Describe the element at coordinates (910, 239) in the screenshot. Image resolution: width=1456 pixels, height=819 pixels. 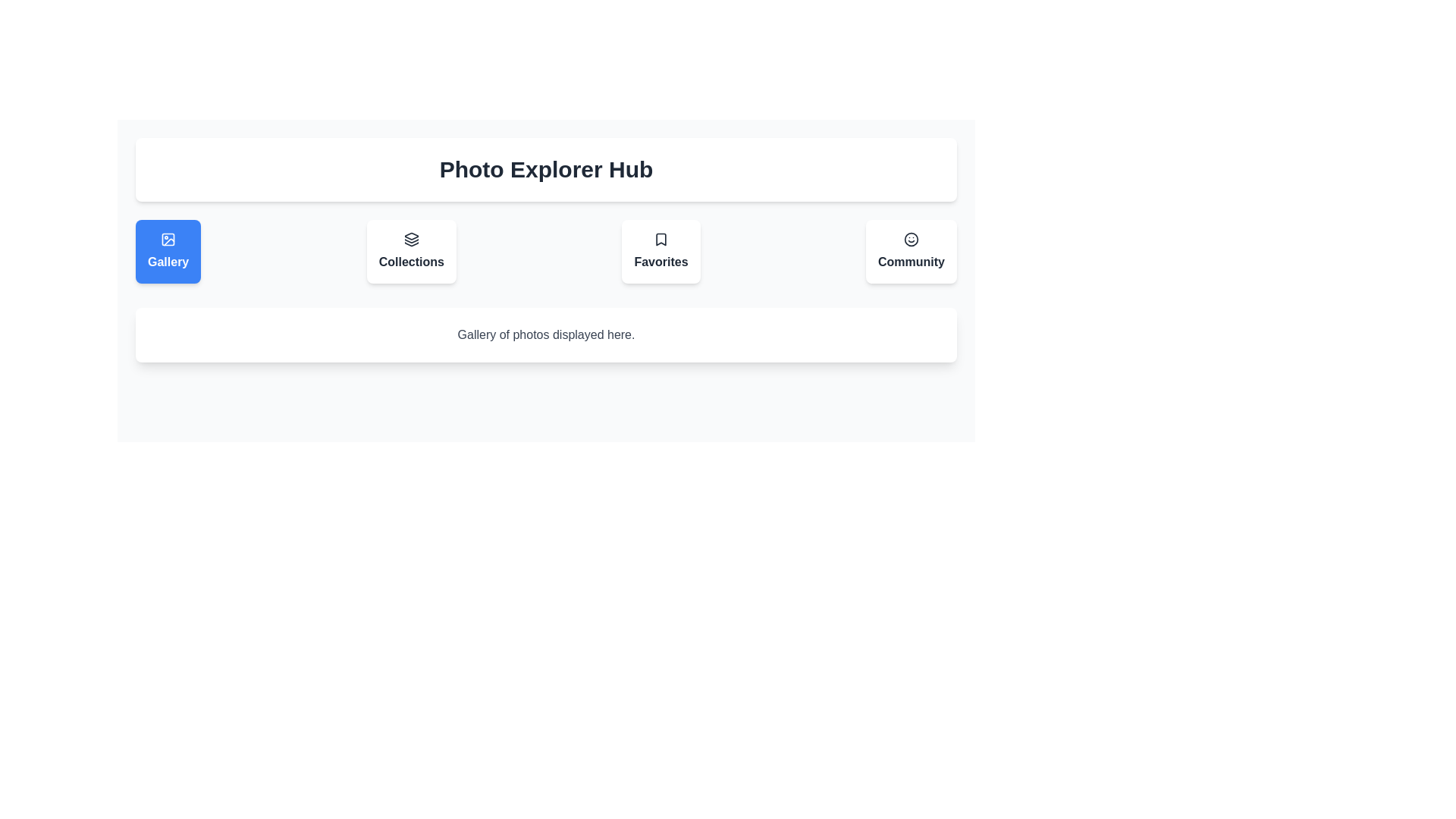
I see `the small circular smiley face icon located at the top center of the 'Community' button` at that location.